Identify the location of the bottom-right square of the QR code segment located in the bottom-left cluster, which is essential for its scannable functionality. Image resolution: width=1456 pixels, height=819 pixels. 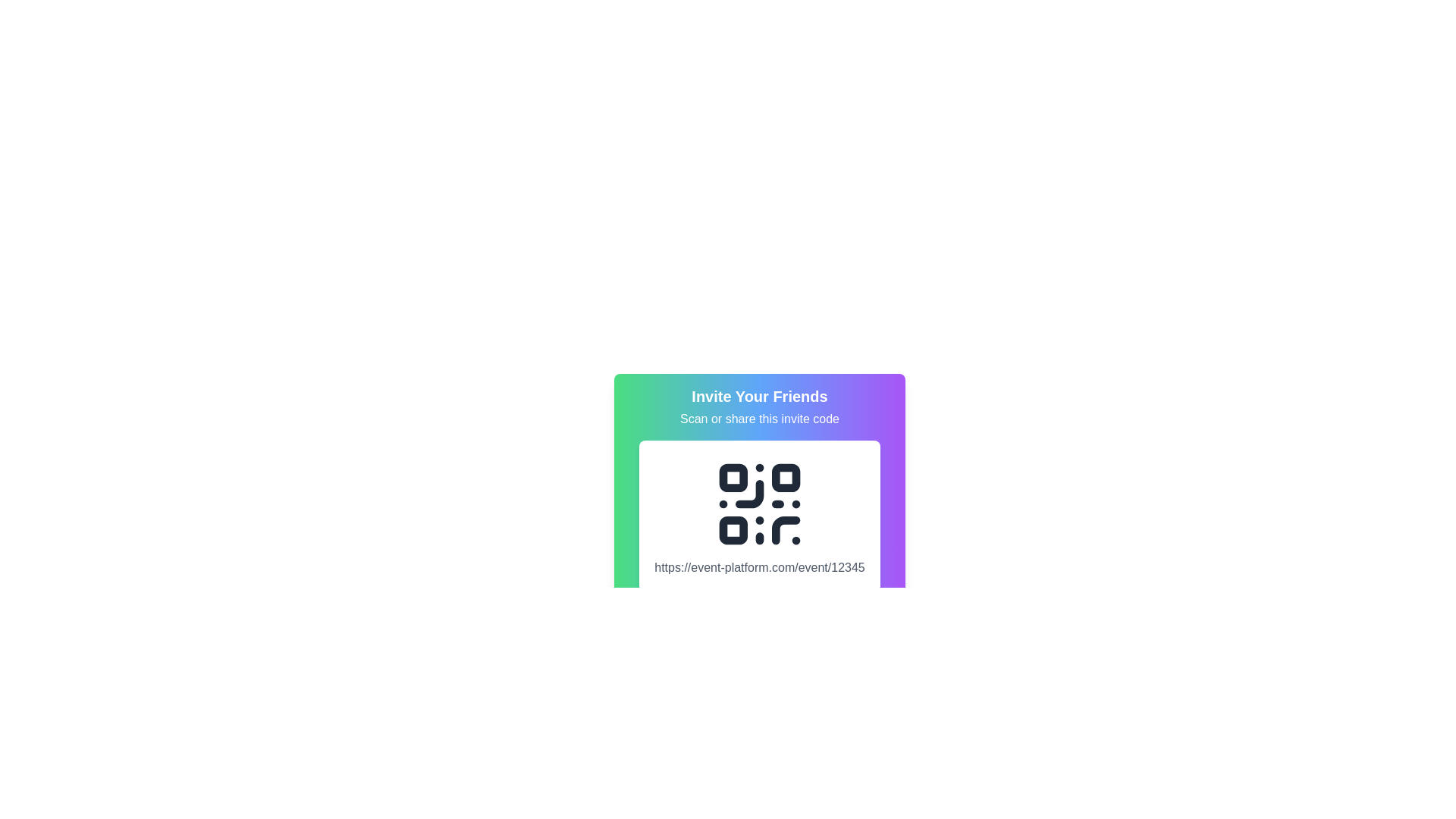
(733, 529).